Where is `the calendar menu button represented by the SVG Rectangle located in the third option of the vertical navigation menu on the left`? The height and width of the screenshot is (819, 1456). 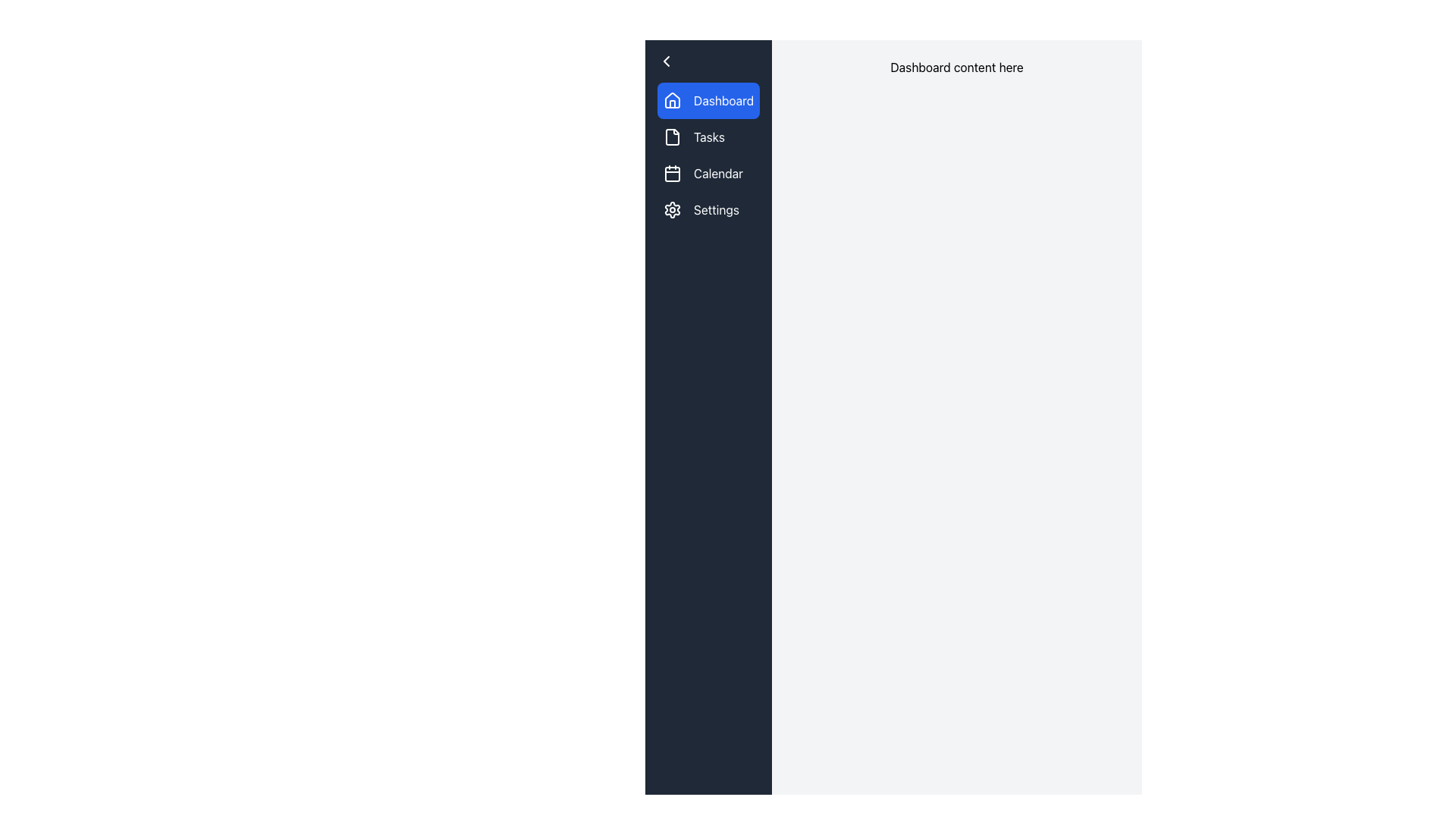
the calendar menu button represented by the SVG Rectangle located in the third option of the vertical navigation menu on the left is located at coordinates (672, 174).